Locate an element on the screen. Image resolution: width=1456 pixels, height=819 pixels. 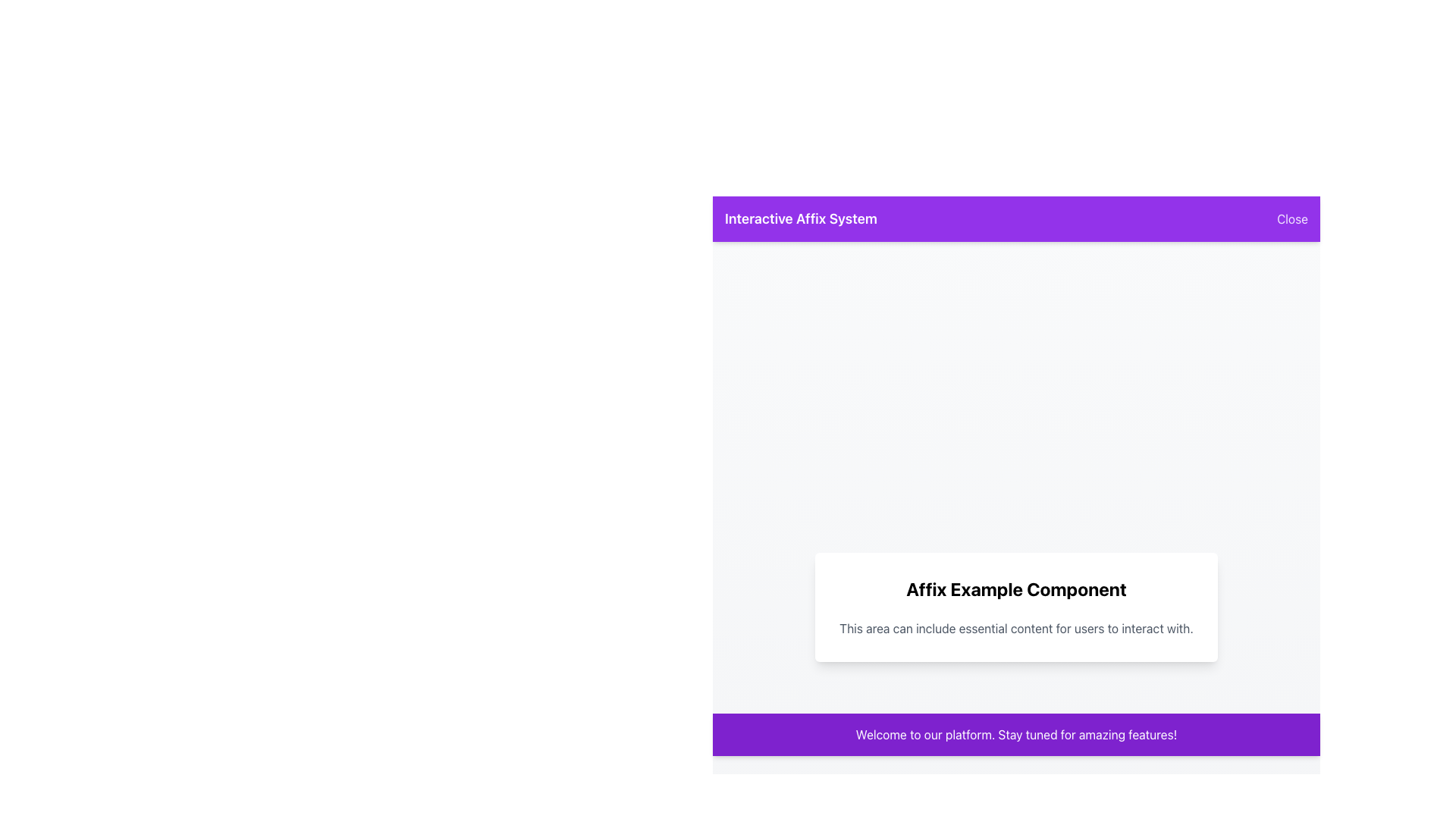
the Text Label located in the top header section of the interface, positioned towards the left side, adjacent to the 'Close' button is located at coordinates (800, 219).